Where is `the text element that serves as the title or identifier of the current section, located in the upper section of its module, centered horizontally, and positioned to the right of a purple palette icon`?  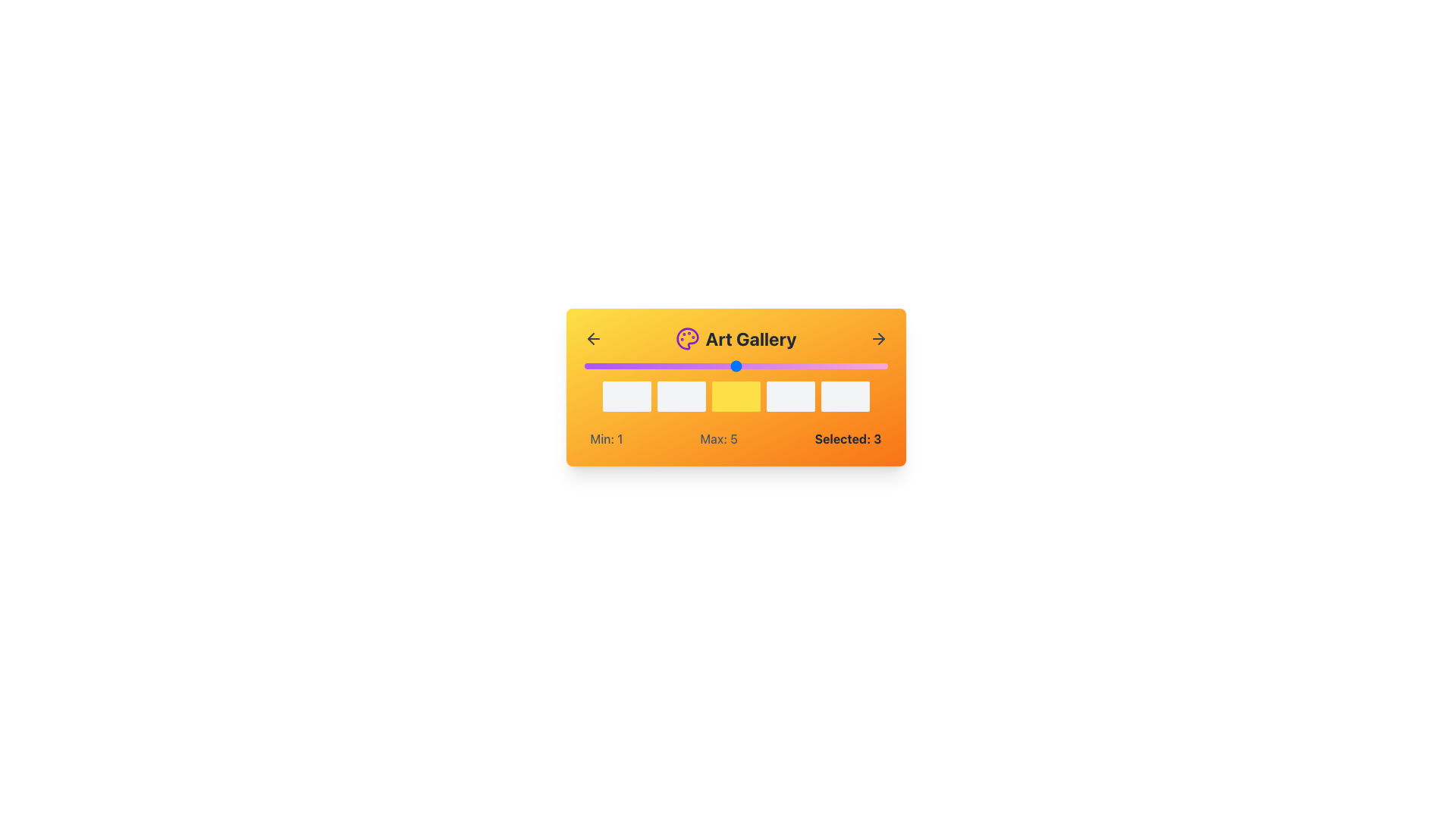 the text element that serves as the title or identifier of the current section, located in the upper section of its module, centered horizontally, and positioned to the right of a purple palette icon is located at coordinates (736, 338).